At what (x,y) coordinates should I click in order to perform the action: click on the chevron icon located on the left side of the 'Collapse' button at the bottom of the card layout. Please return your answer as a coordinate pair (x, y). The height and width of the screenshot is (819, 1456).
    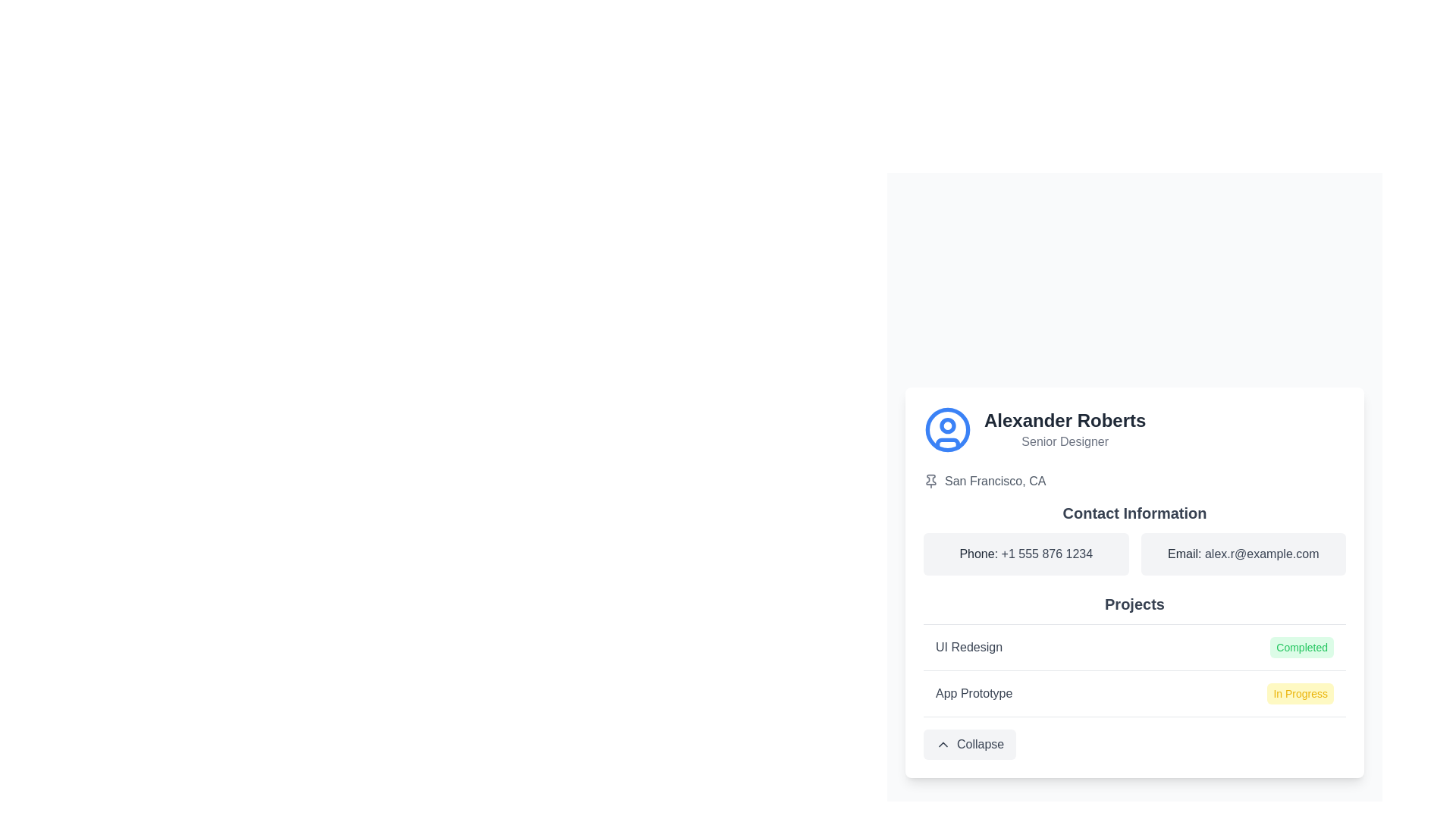
    Looking at the image, I should click on (942, 743).